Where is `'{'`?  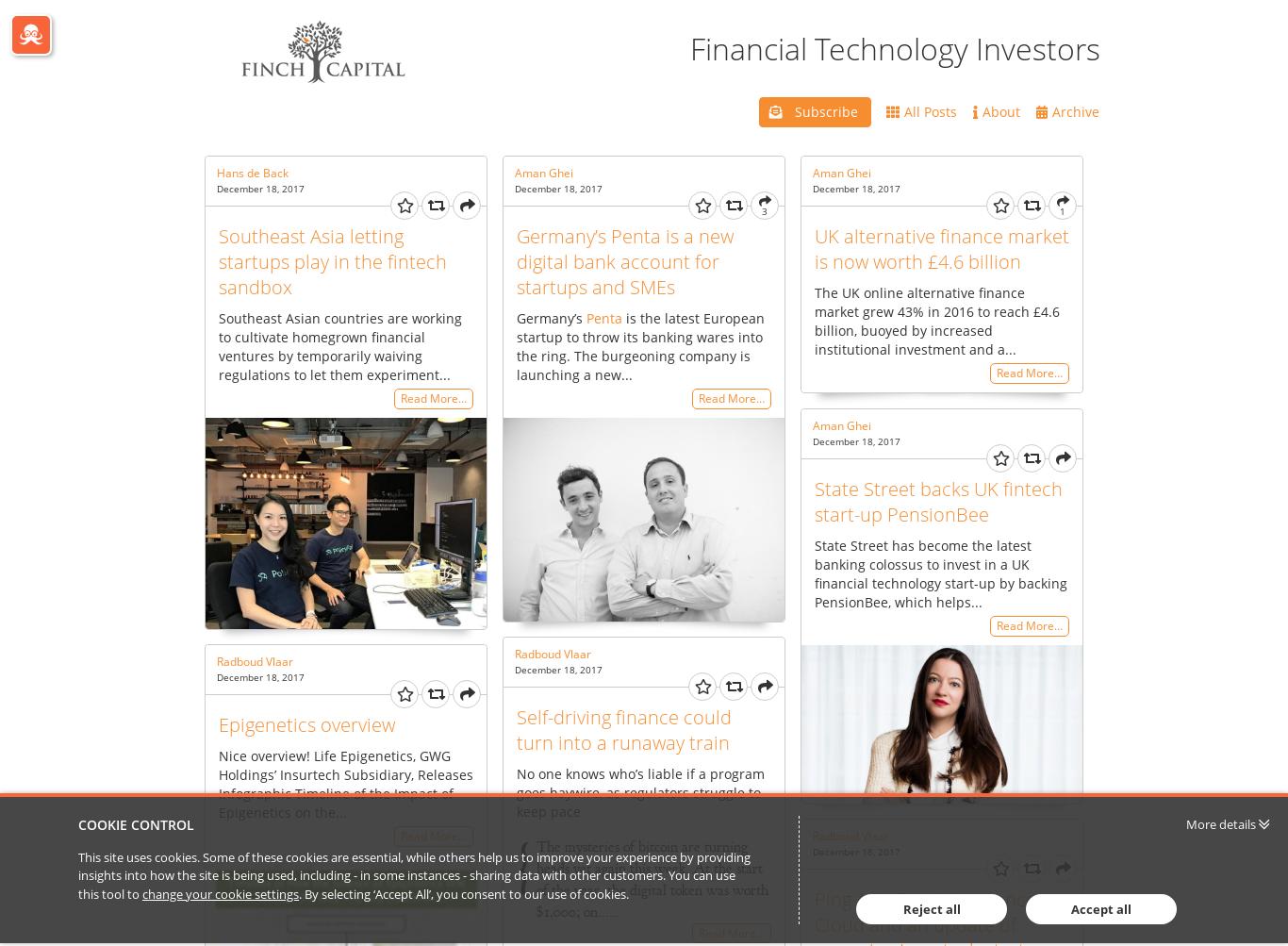 '{' is located at coordinates (523, 864).